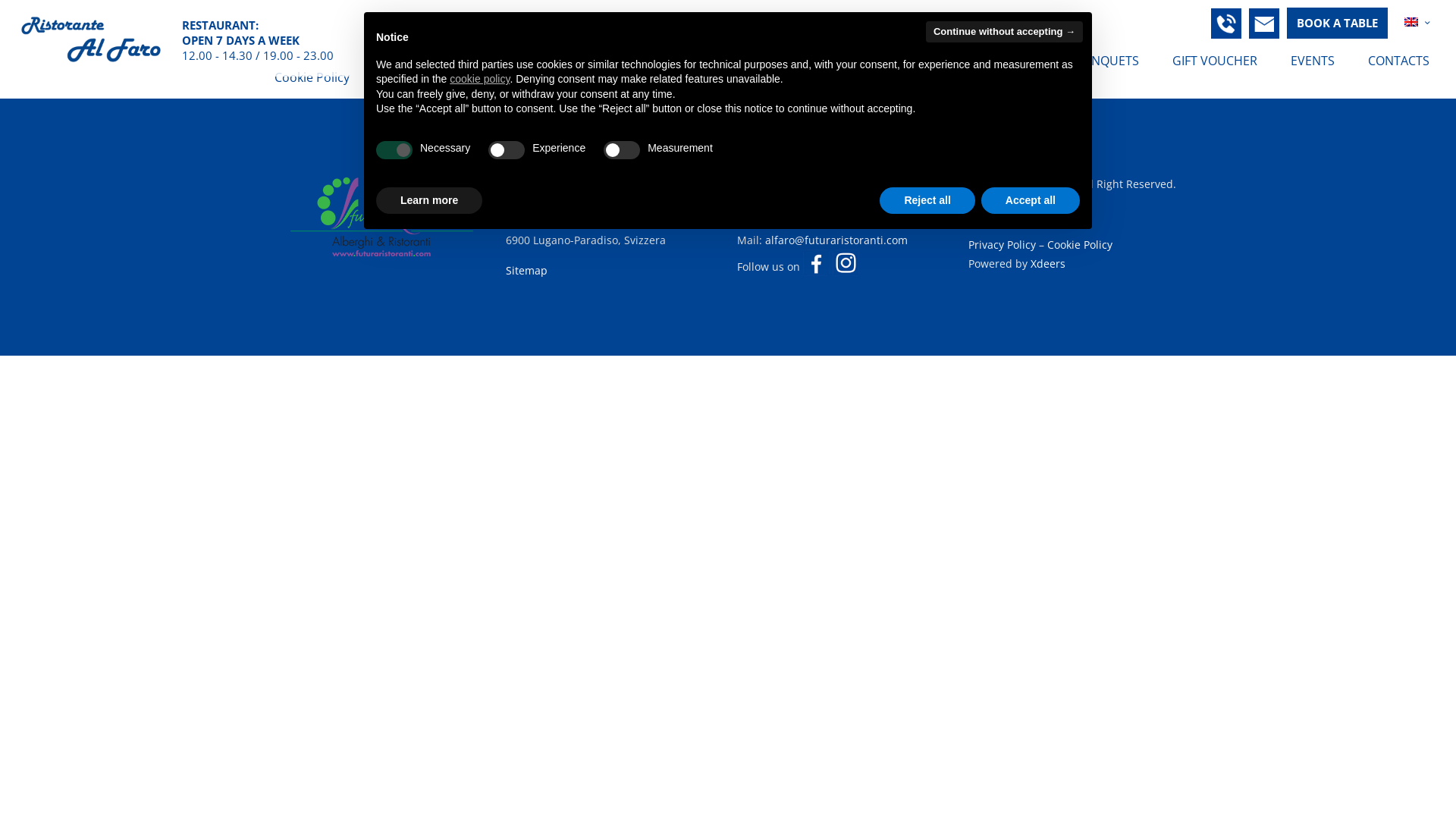 The image size is (1456, 819). I want to click on 'Restaurant Al Faro Lugano', so click(90, 37).